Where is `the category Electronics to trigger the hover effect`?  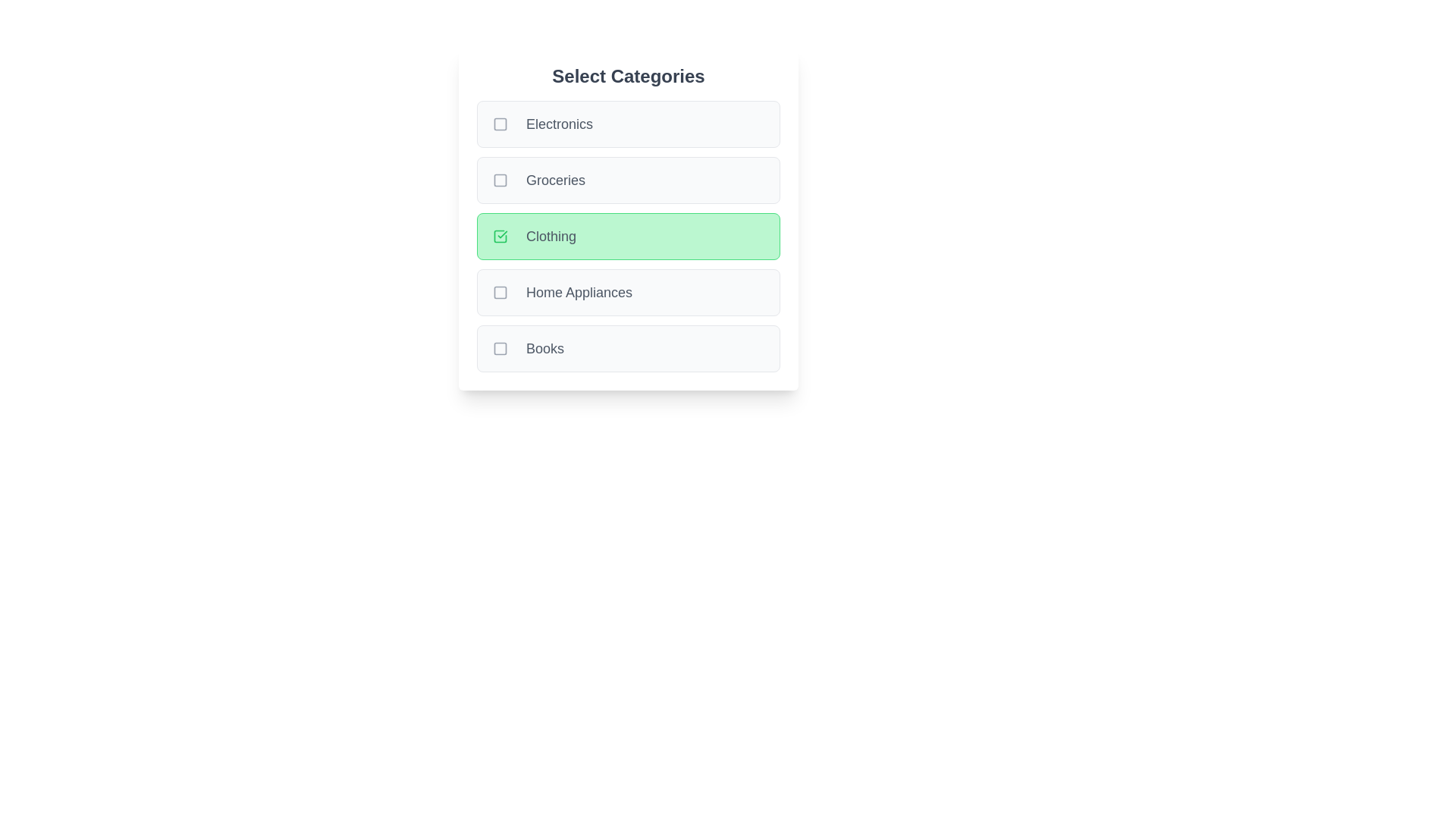 the category Electronics to trigger the hover effect is located at coordinates (629, 124).